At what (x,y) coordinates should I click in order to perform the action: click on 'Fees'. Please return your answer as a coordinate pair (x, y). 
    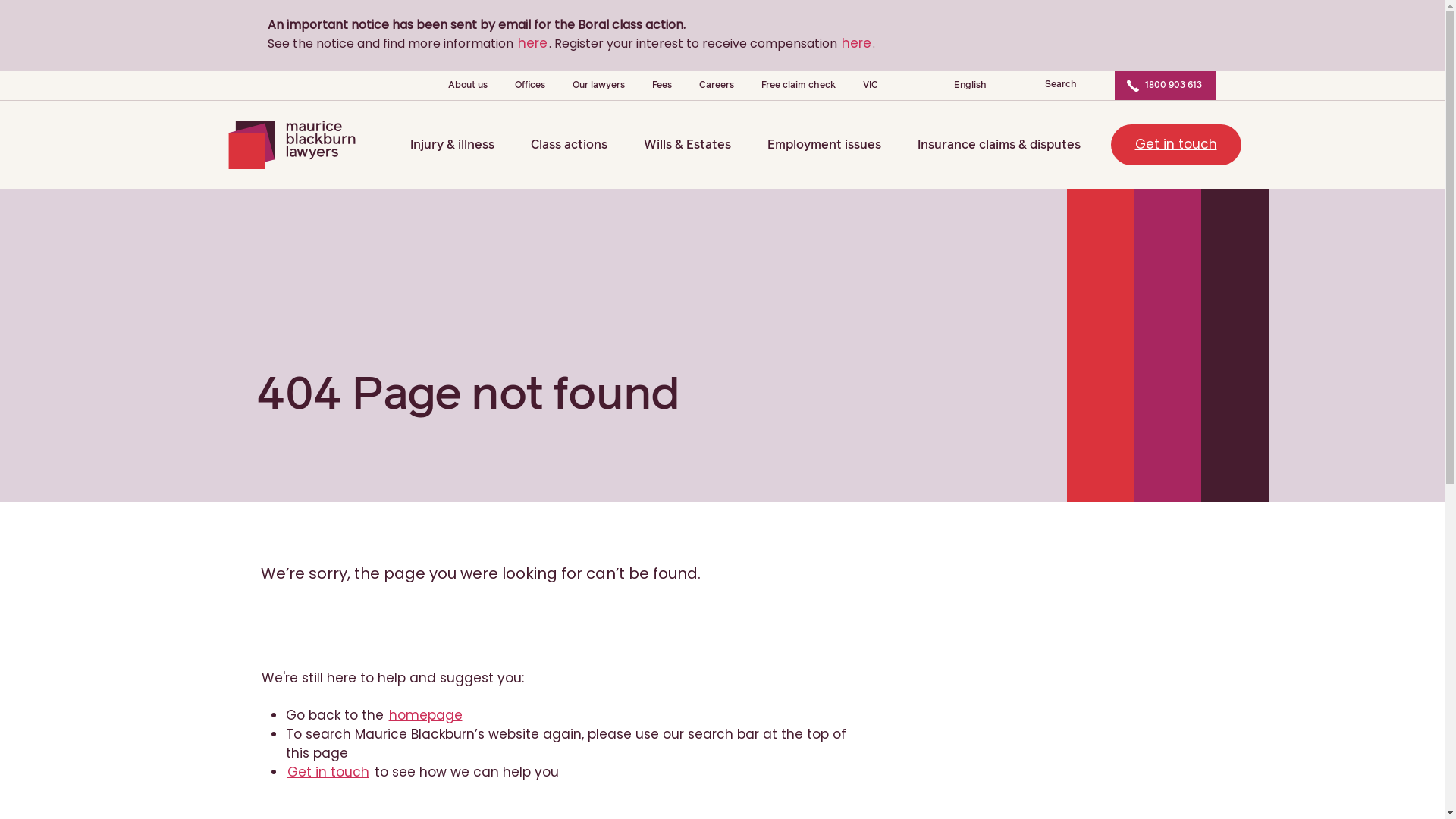
    Looking at the image, I should click on (662, 85).